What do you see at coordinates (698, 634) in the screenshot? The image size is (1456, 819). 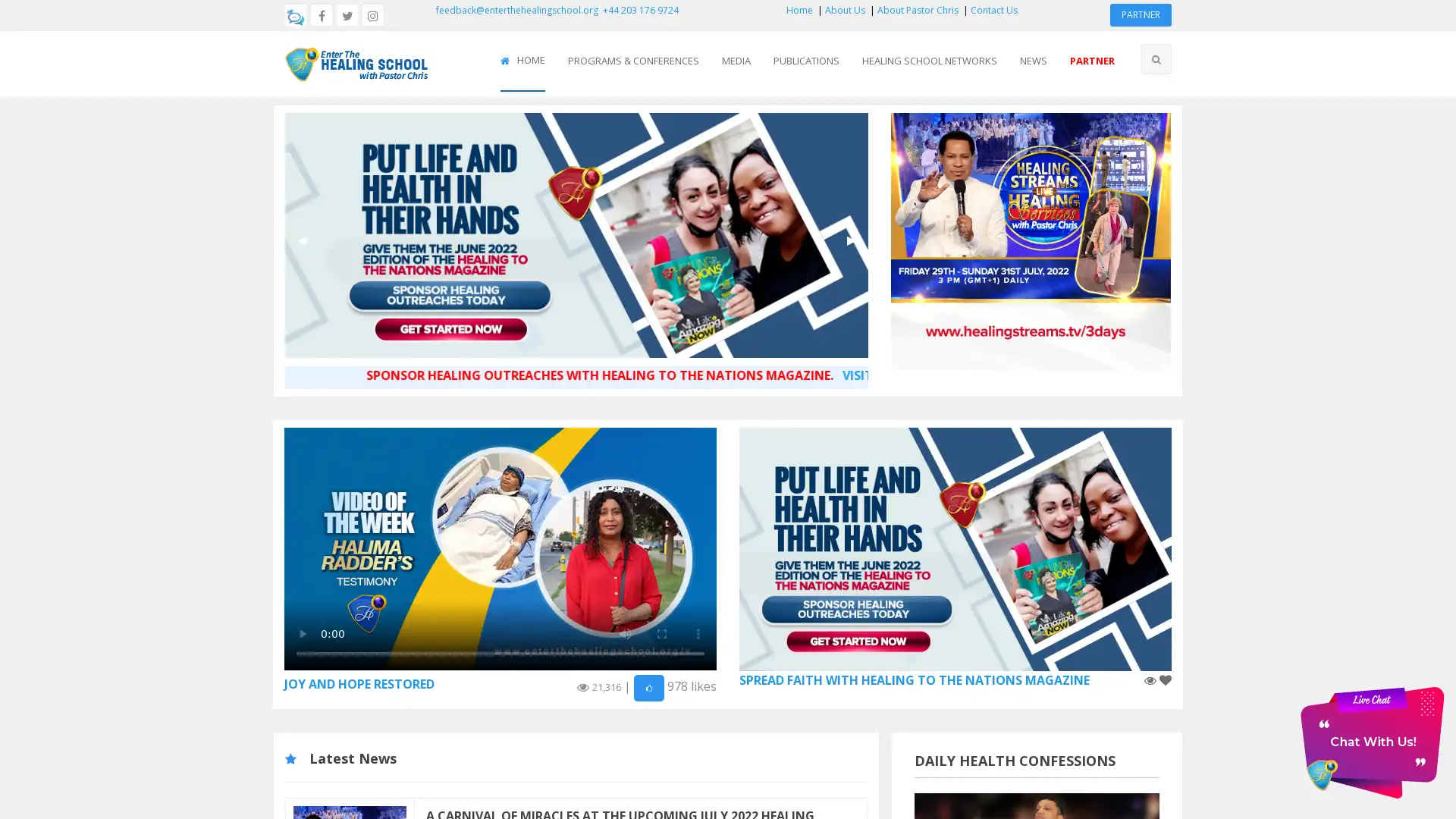 I see `show more media controls` at bounding box center [698, 634].